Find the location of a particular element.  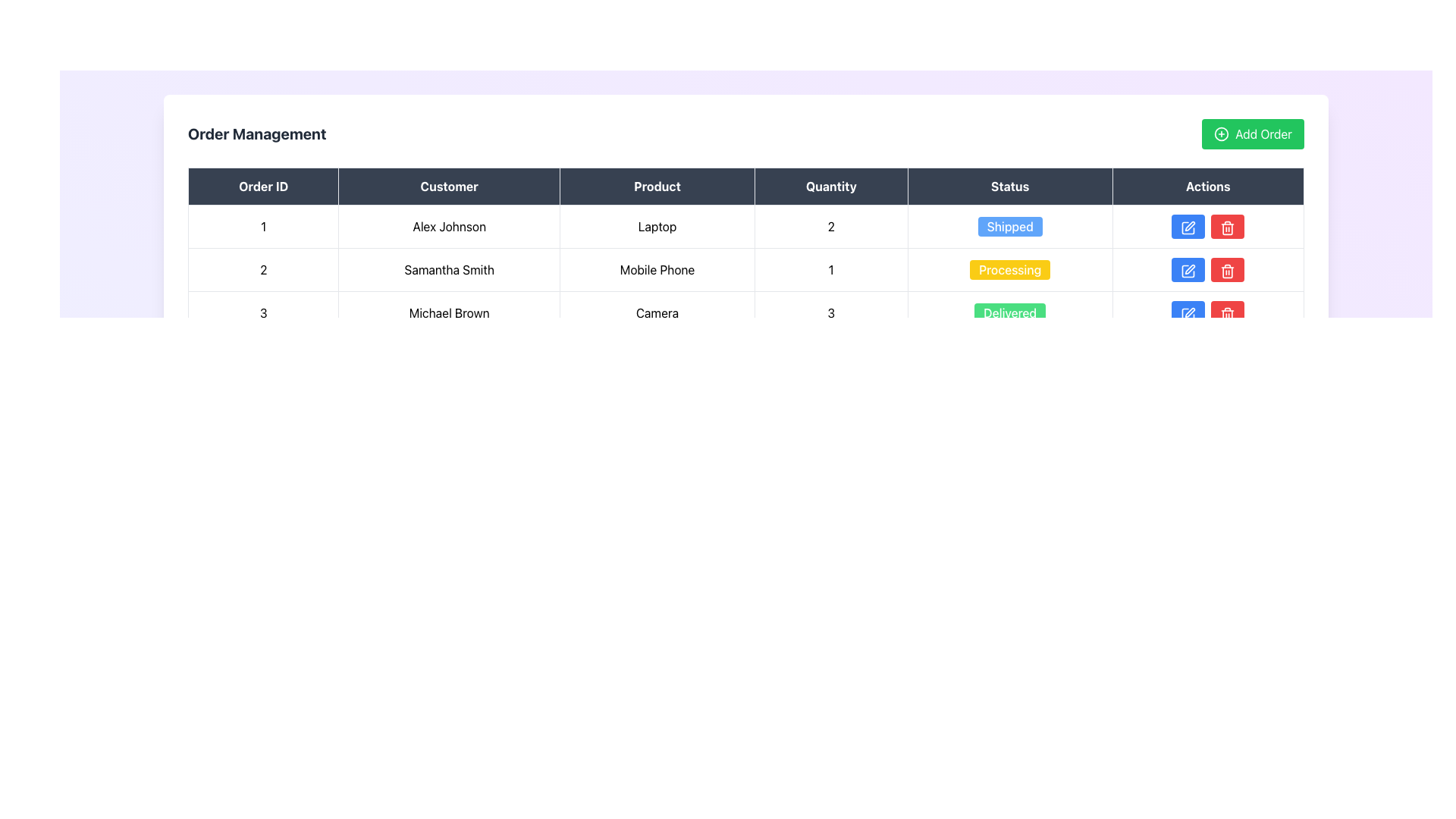

the 'Processing' status indicator button with a yellow background and white bold text in the 'Status' column of the second row corresponding to 'Samantha Smith' is located at coordinates (1010, 268).